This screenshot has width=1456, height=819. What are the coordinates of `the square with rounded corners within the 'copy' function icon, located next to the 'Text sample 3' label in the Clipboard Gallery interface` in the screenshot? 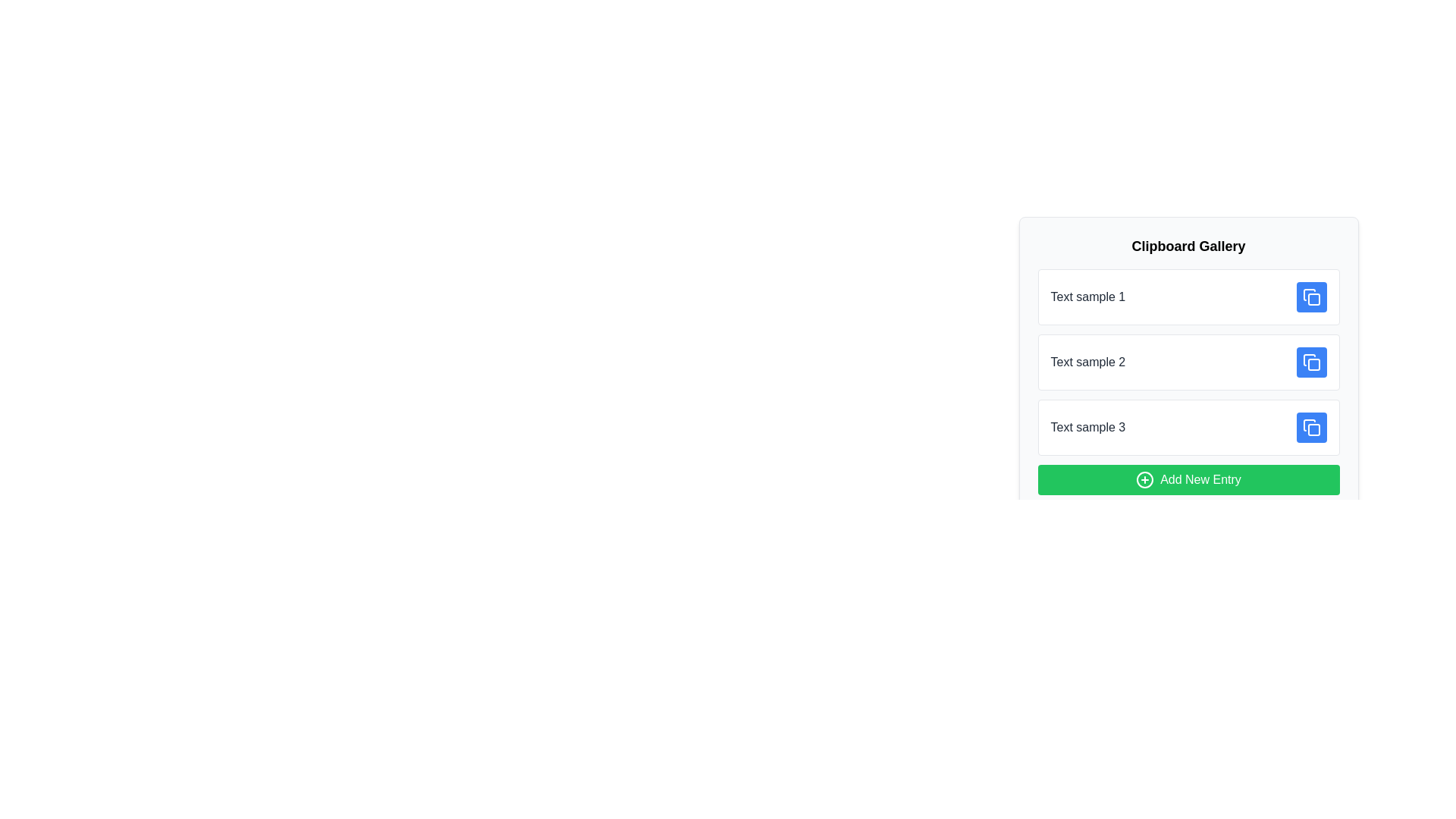 It's located at (1313, 430).